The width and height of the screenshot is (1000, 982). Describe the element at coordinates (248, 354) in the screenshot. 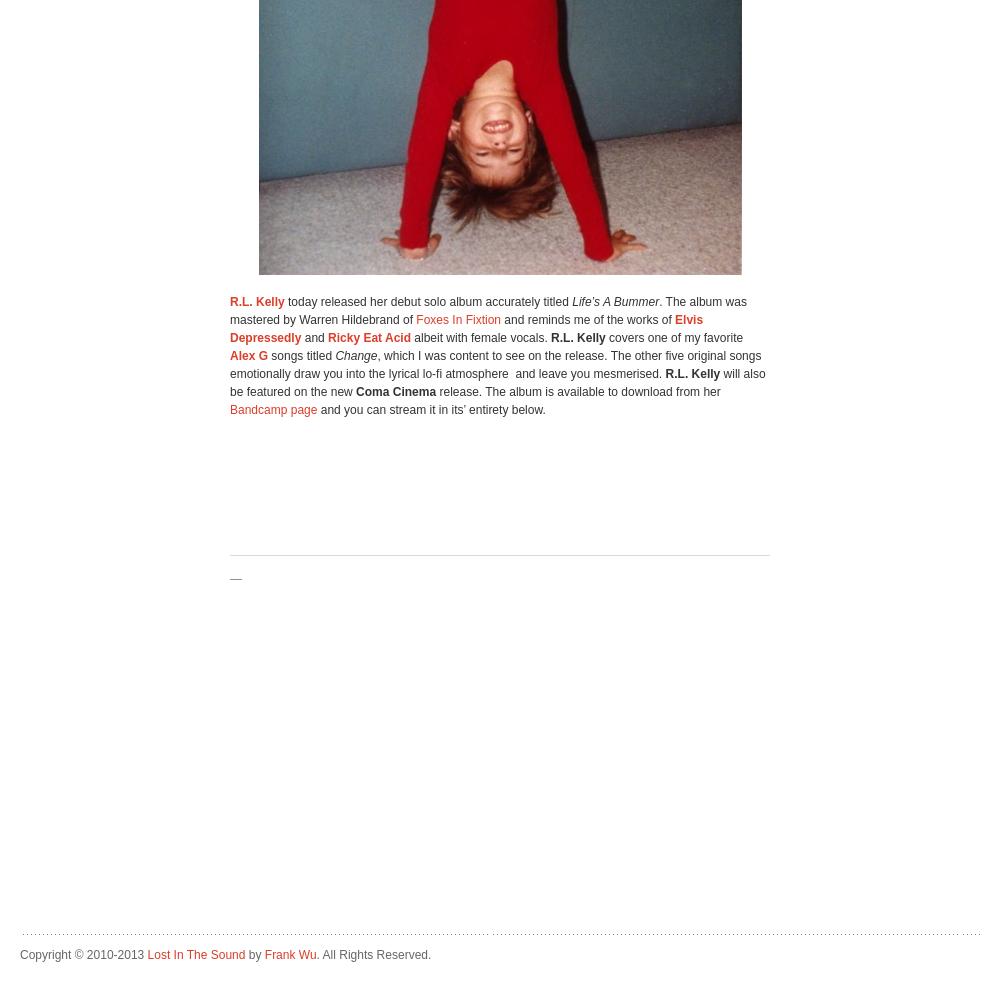

I see `'Alex G'` at that location.